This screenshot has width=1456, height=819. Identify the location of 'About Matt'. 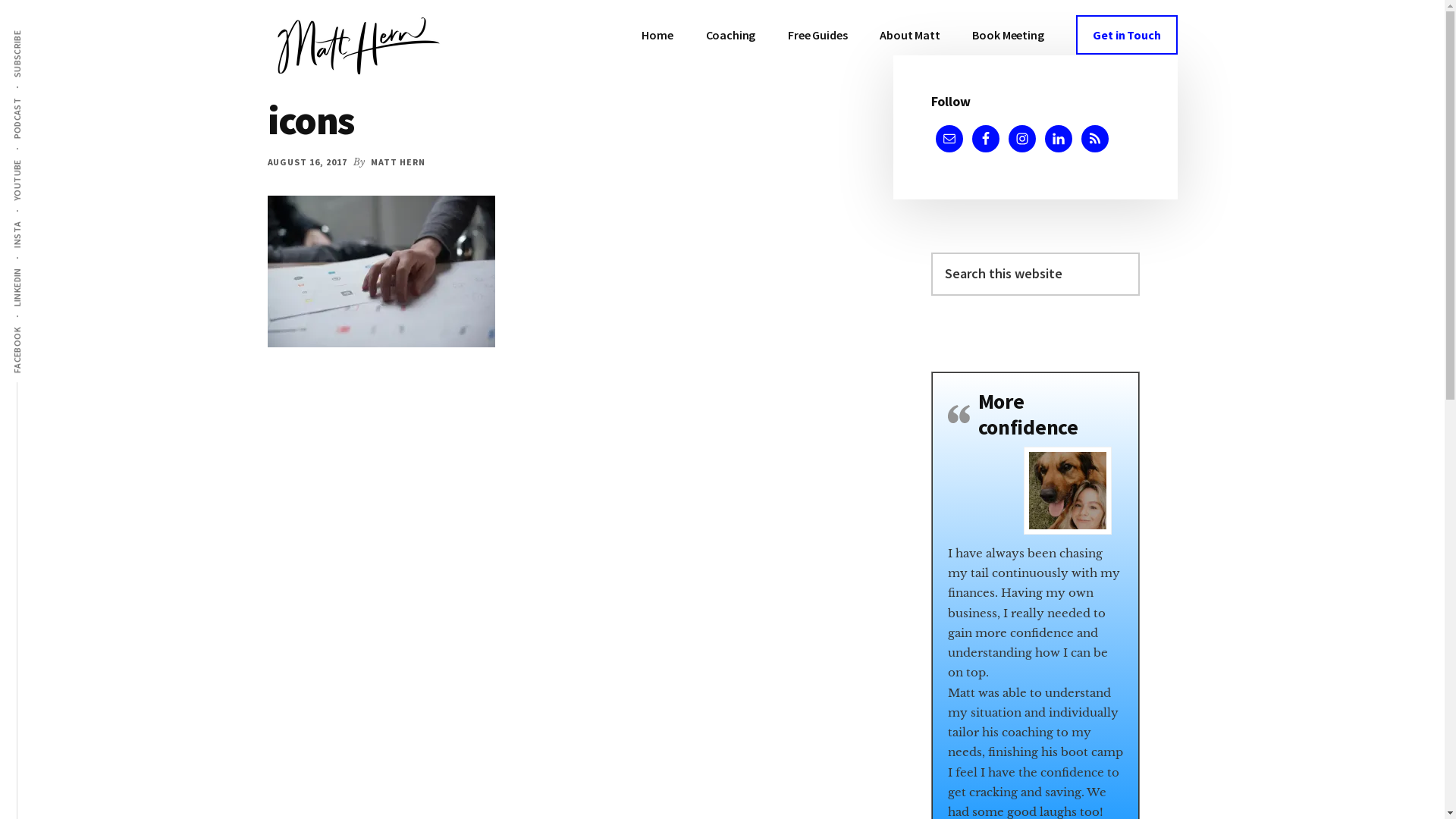
(909, 34).